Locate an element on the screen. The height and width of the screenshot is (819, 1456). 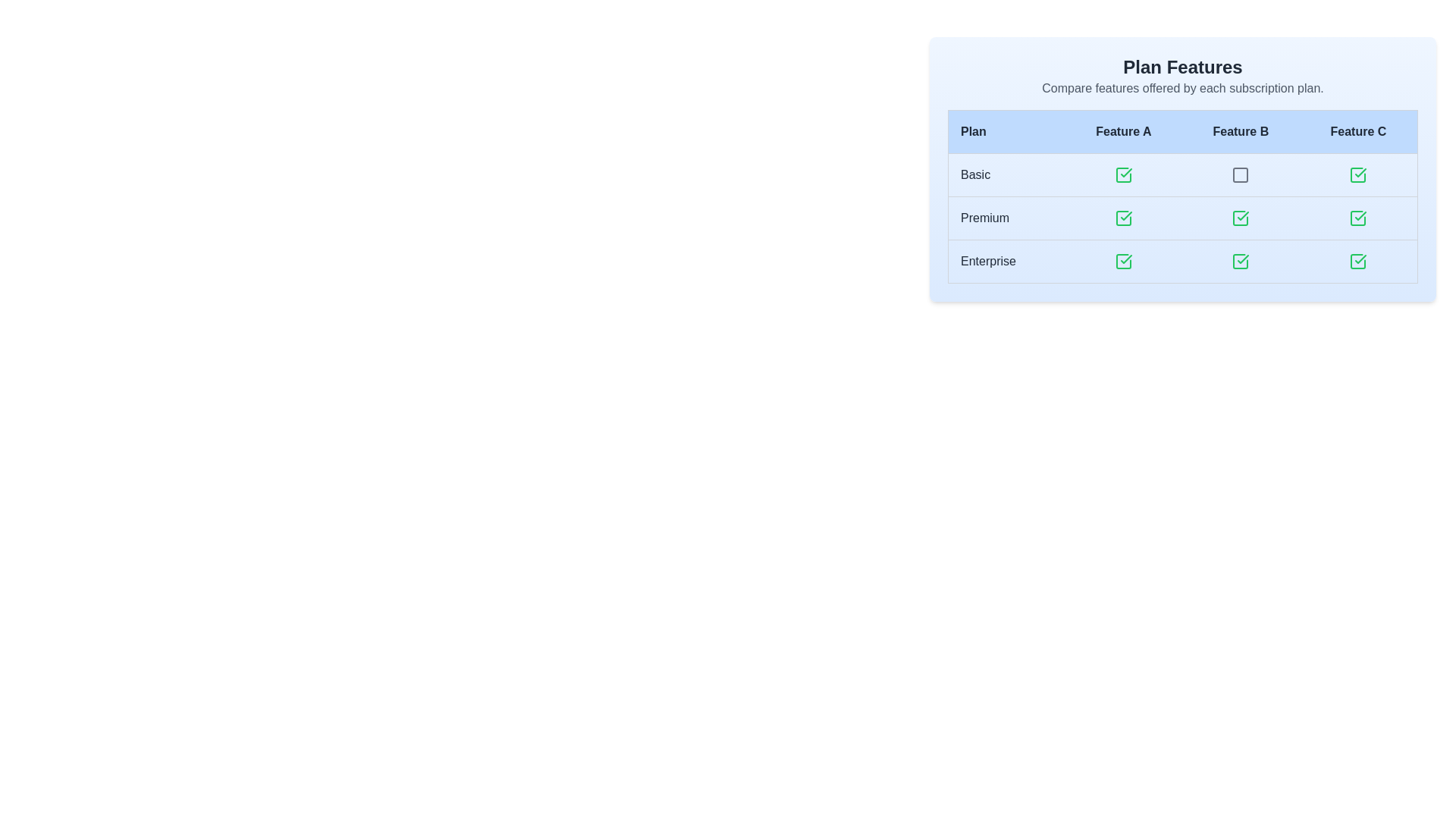
the third row of the pricing comparison table that displays information about the Enterprise plan is located at coordinates (1182, 260).